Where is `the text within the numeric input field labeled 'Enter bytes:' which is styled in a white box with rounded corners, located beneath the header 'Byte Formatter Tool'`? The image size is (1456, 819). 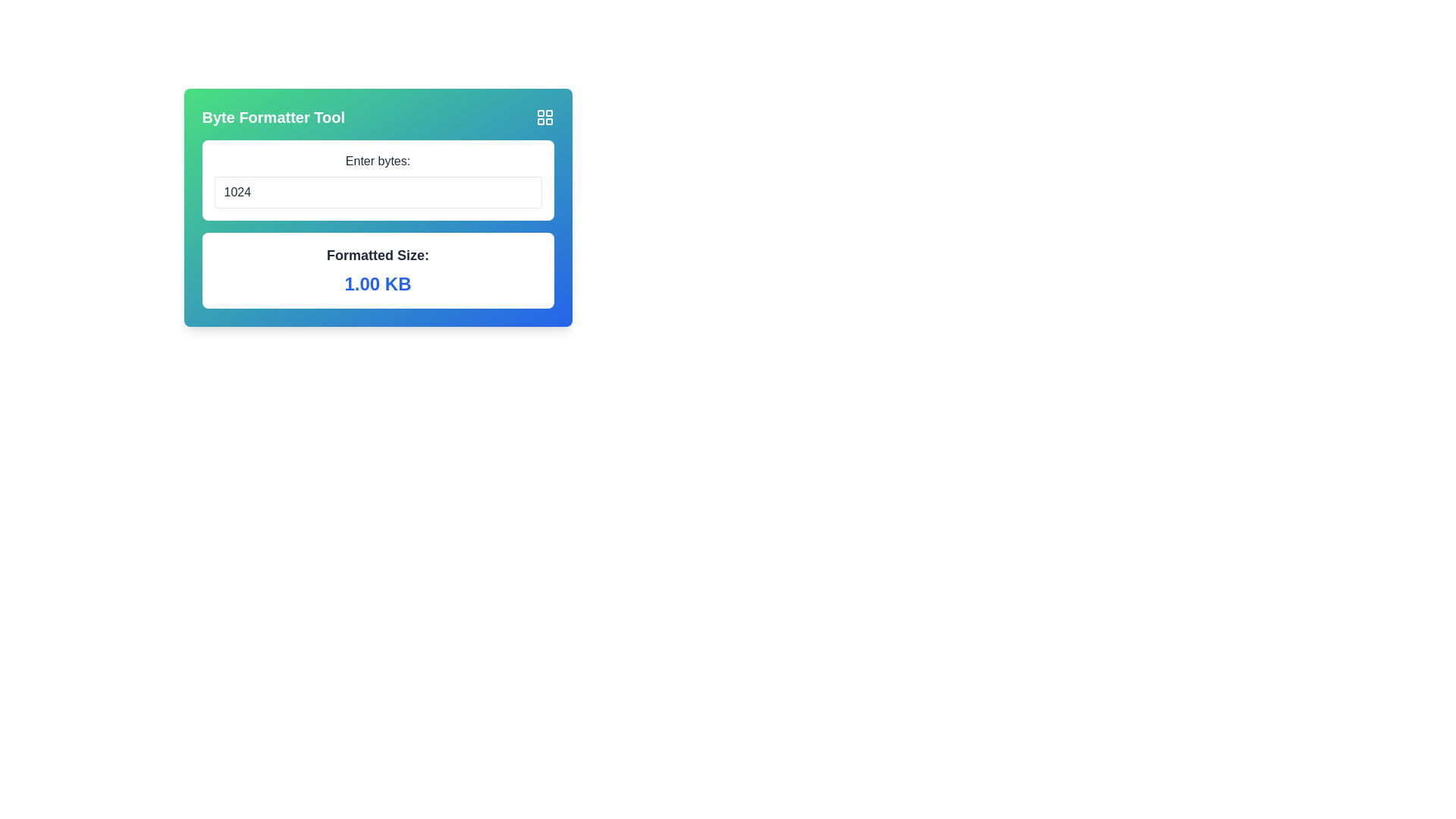 the text within the numeric input field labeled 'Enter bytes:' which is styled in a white box with rounded corners, located beneath the header 'Byte Formatter Tool' is located at coordinates (378, 180).